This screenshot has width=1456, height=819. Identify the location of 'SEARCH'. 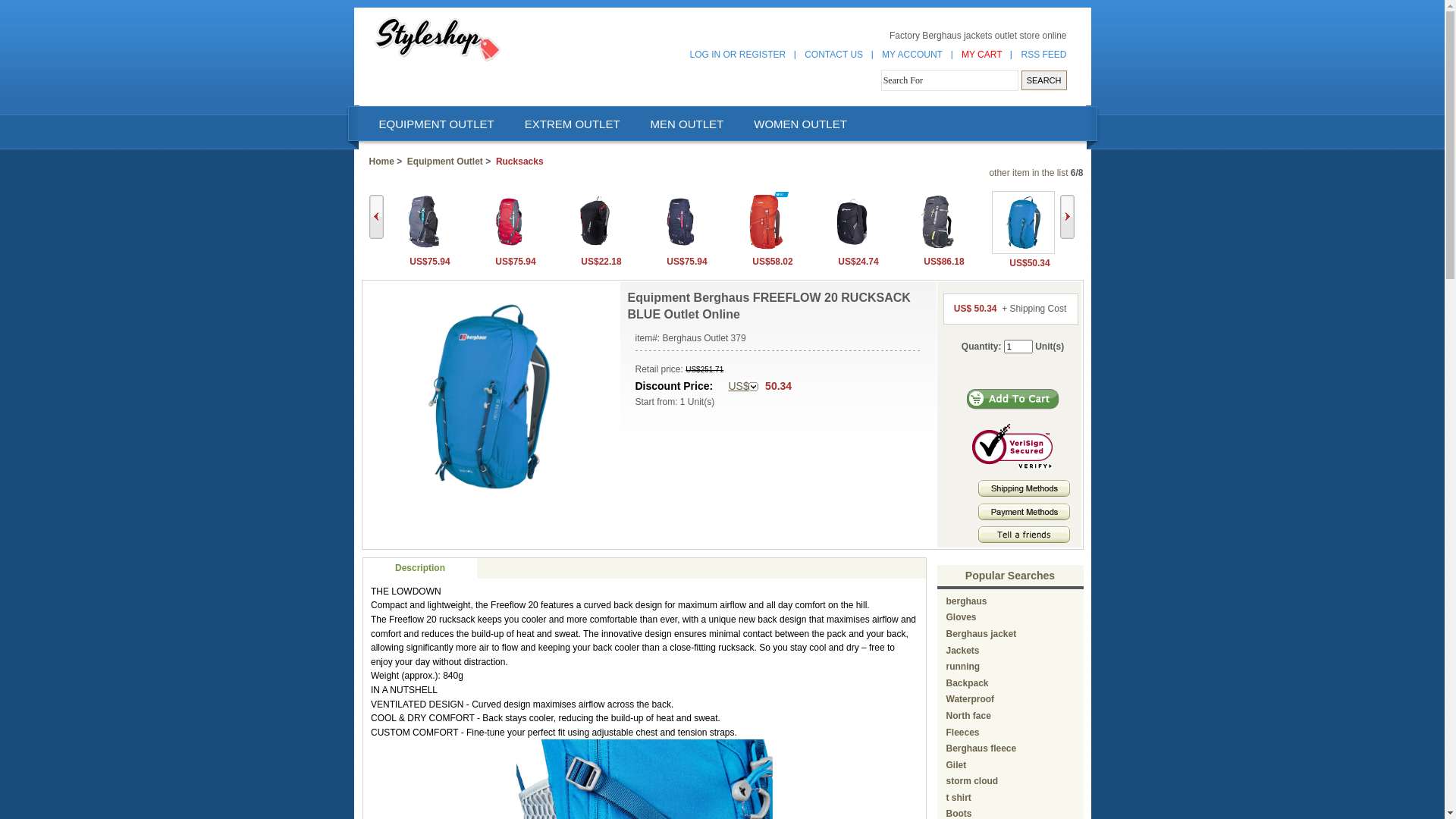
(1043, 80).